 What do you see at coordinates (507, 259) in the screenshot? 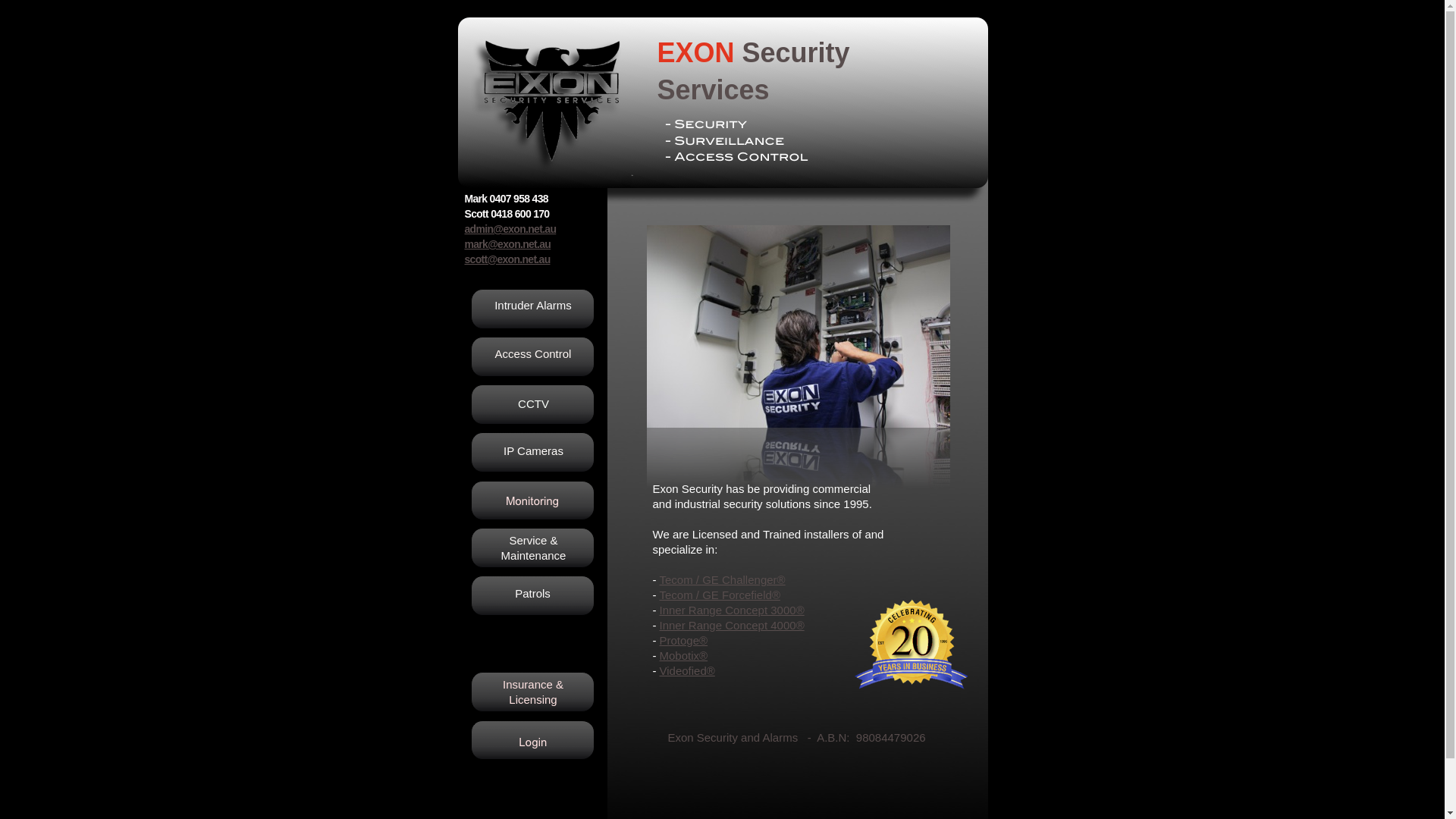
I see `'scott@exon.net.au'` at bounding box center [507, 259].